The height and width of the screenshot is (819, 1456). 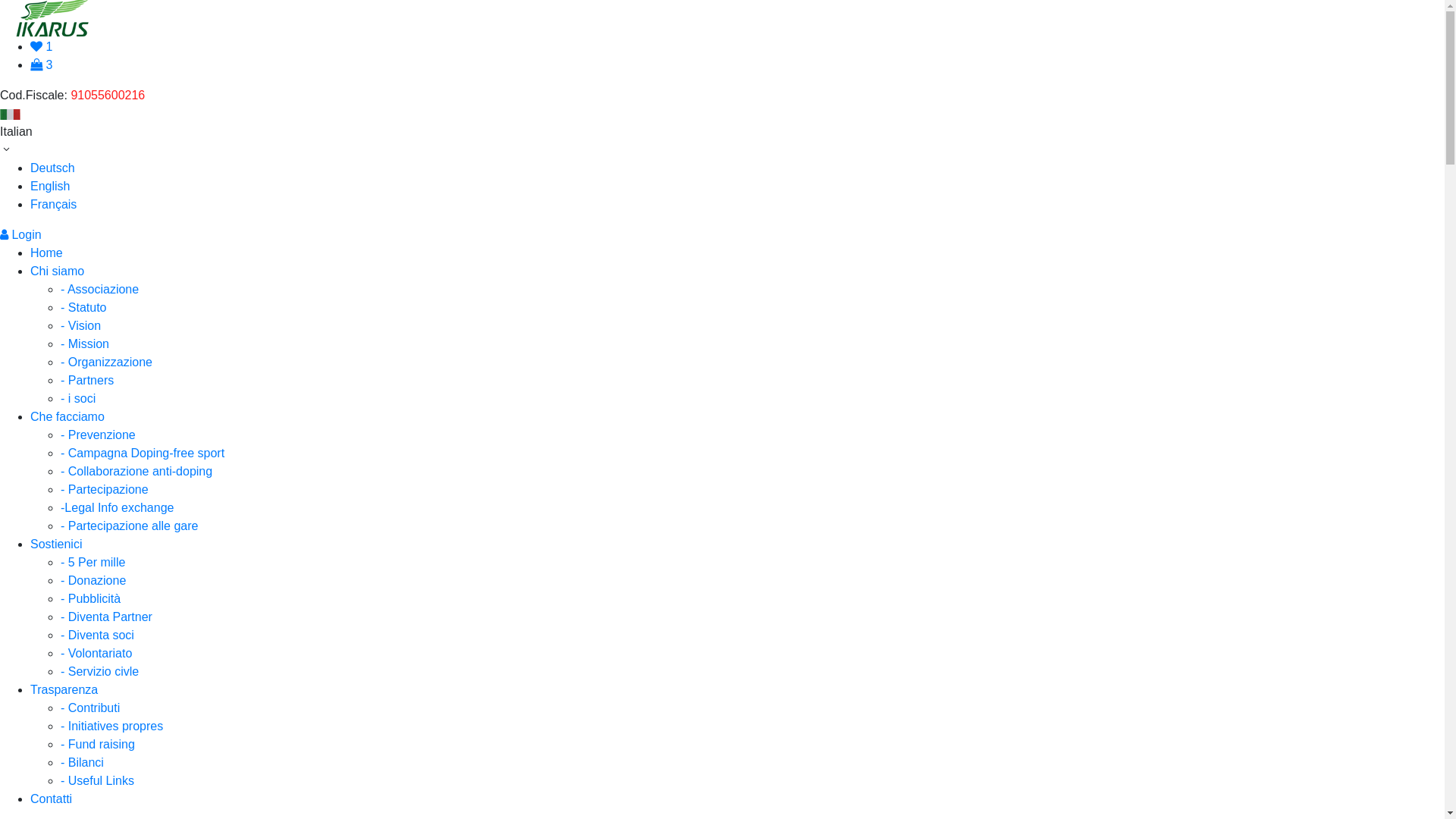 I want to click on '3', so click(x=41, y=64).